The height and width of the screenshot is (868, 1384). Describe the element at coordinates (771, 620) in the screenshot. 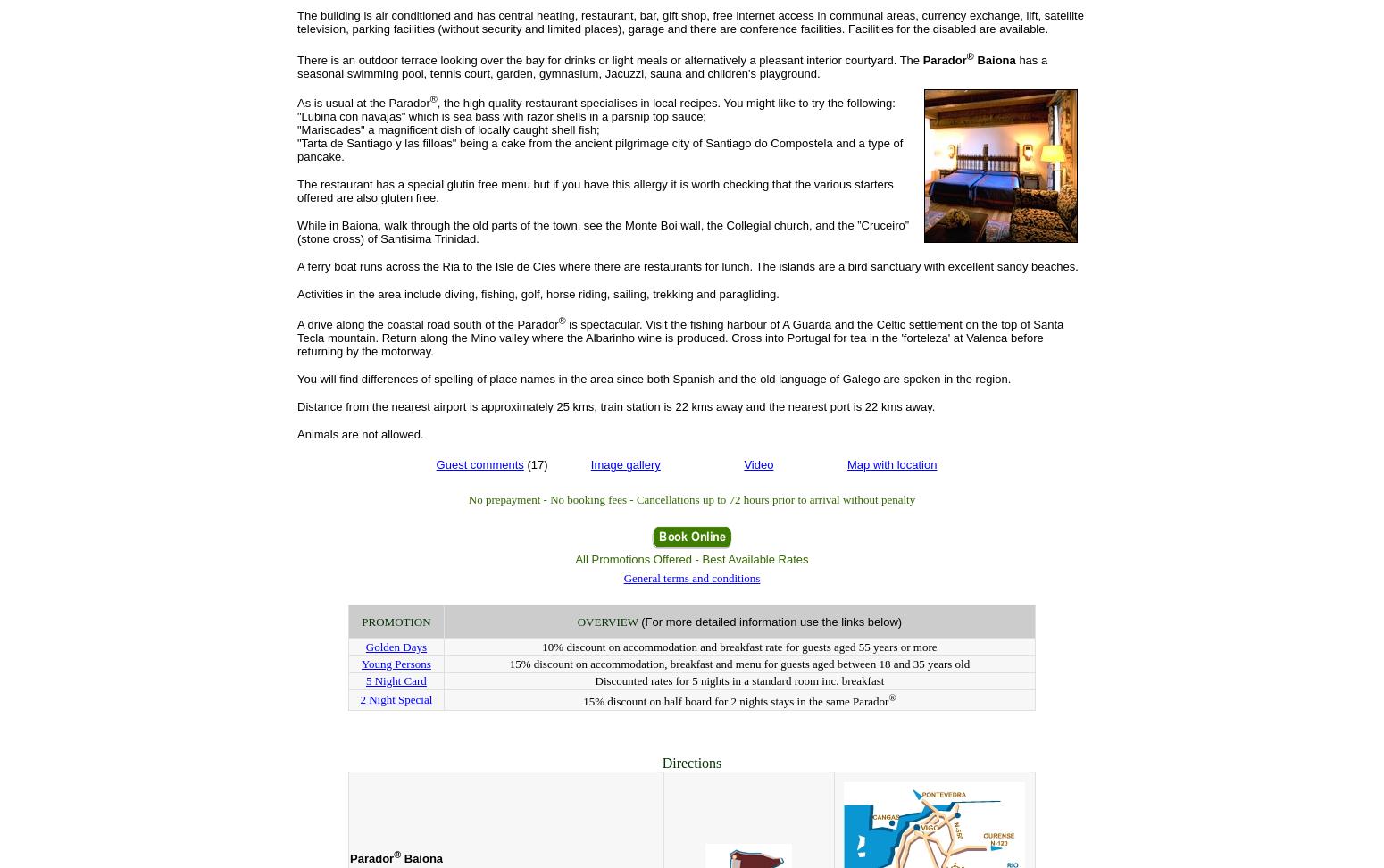

I see `'(For more detailed information use the links below)'` at that location.